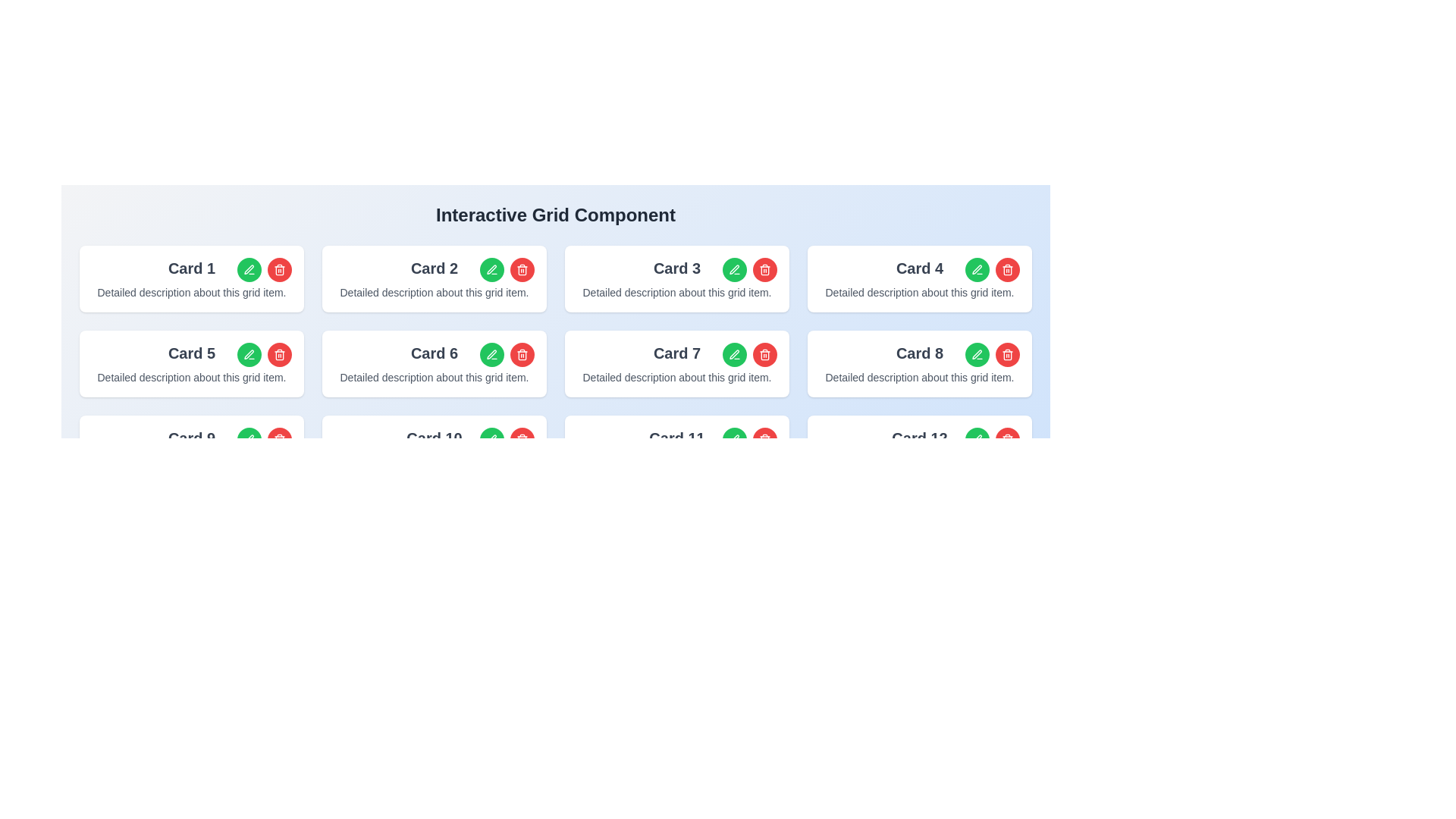 This screenshot has width=1456, height=819. What do you see at coordinates (280, 441) in the screenshot?
I see `the red rectangular IconButton shaped like a trash bin located at the bottom-right corner of 'Card 6' in the grid` at bounding box center [280, 441].